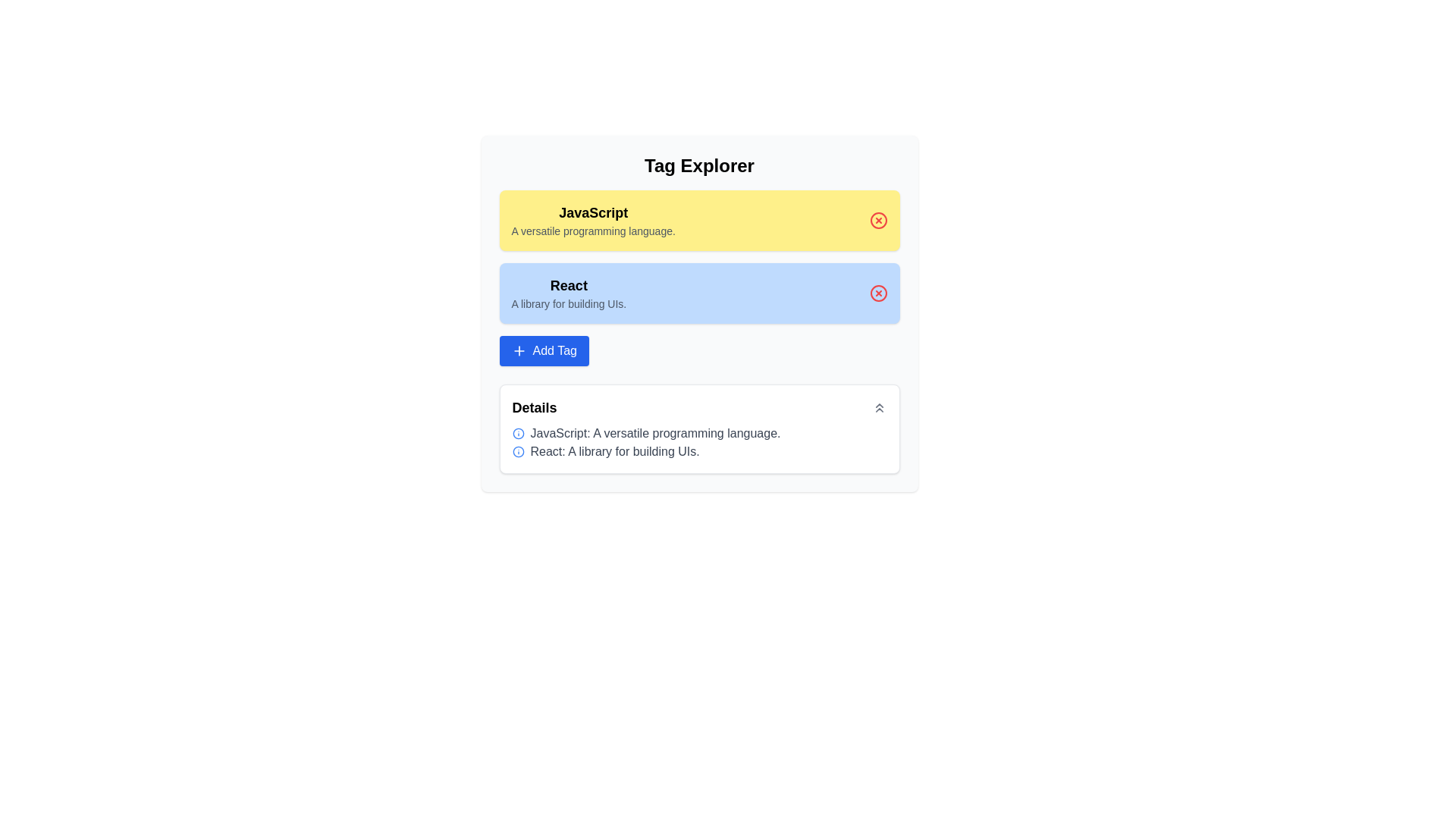  Describe the element at coordinates (519, 350) in the screenshot. I see `the SVG Icon located on the left side of the 'Add Tag' button to initiate the action of adding new items` at that location.